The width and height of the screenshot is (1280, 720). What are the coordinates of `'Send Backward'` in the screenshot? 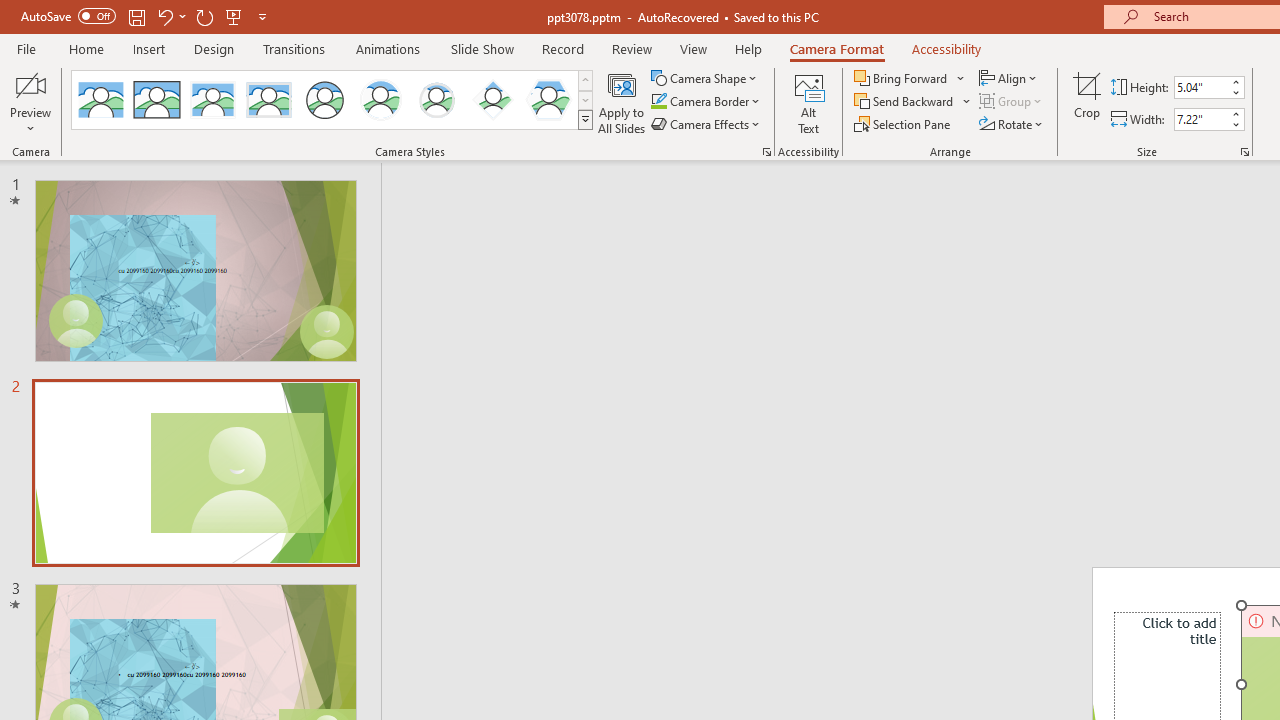 It's located at (912, 101).